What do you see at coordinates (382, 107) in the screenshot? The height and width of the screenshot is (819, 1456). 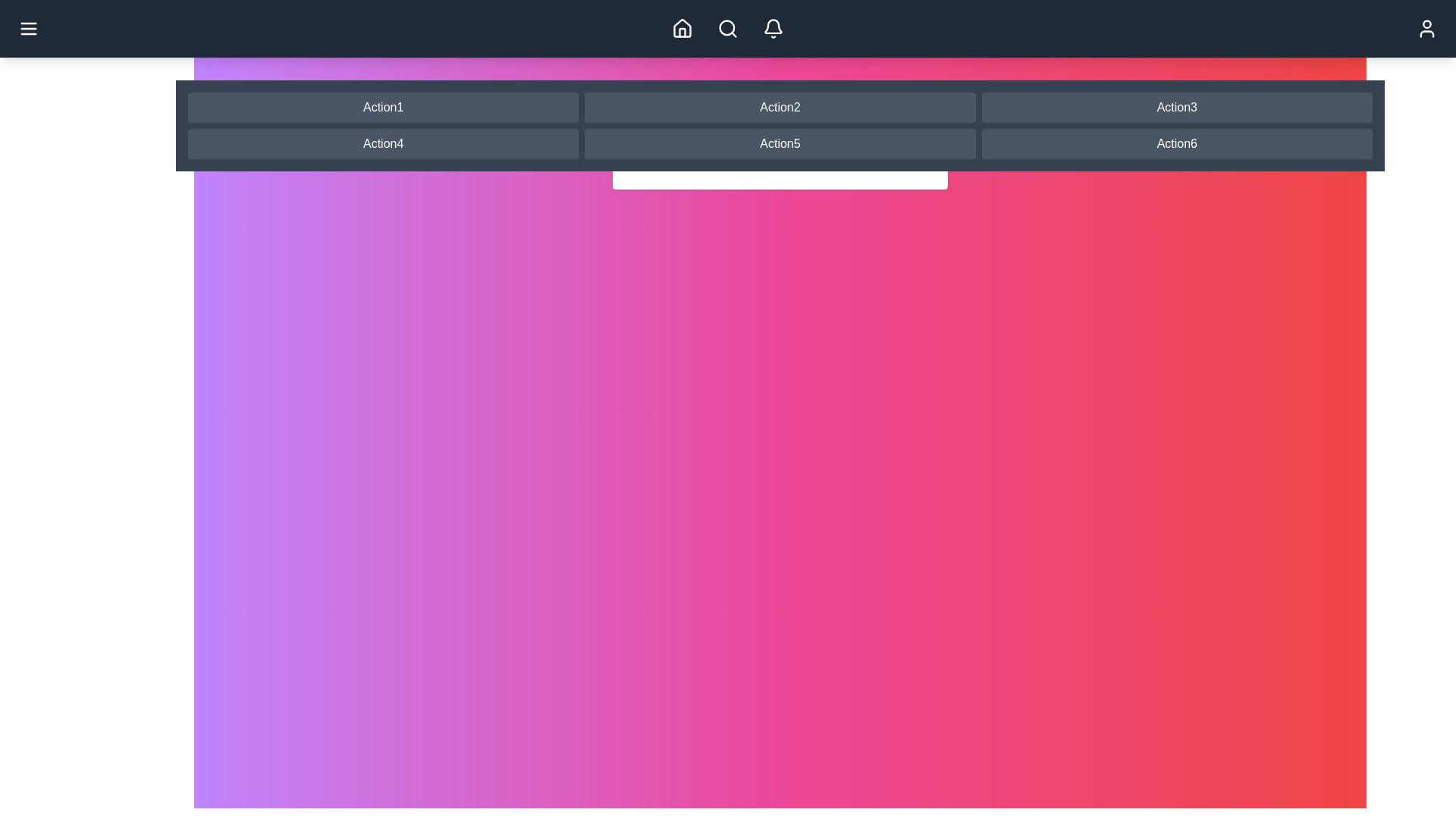 I see `the navigation button labeled Action1` at bounding box center [382, 107].